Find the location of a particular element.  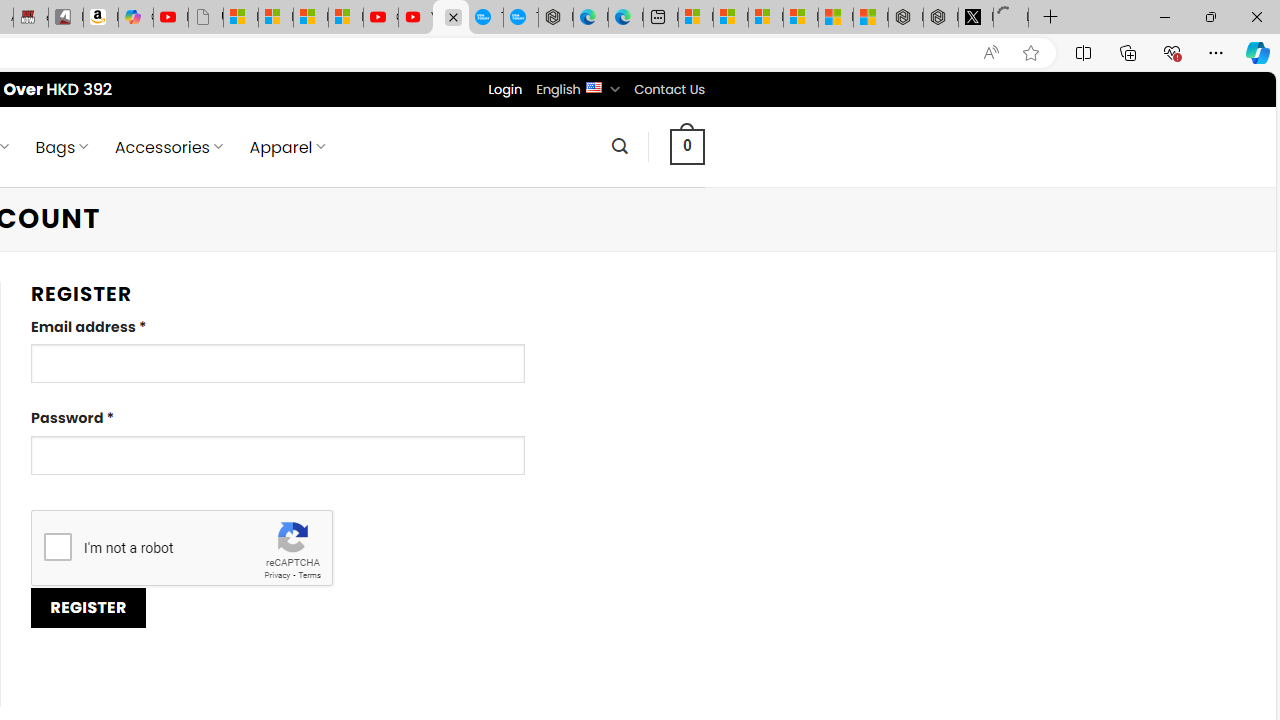

'English' is located at coordinates (592, 85).